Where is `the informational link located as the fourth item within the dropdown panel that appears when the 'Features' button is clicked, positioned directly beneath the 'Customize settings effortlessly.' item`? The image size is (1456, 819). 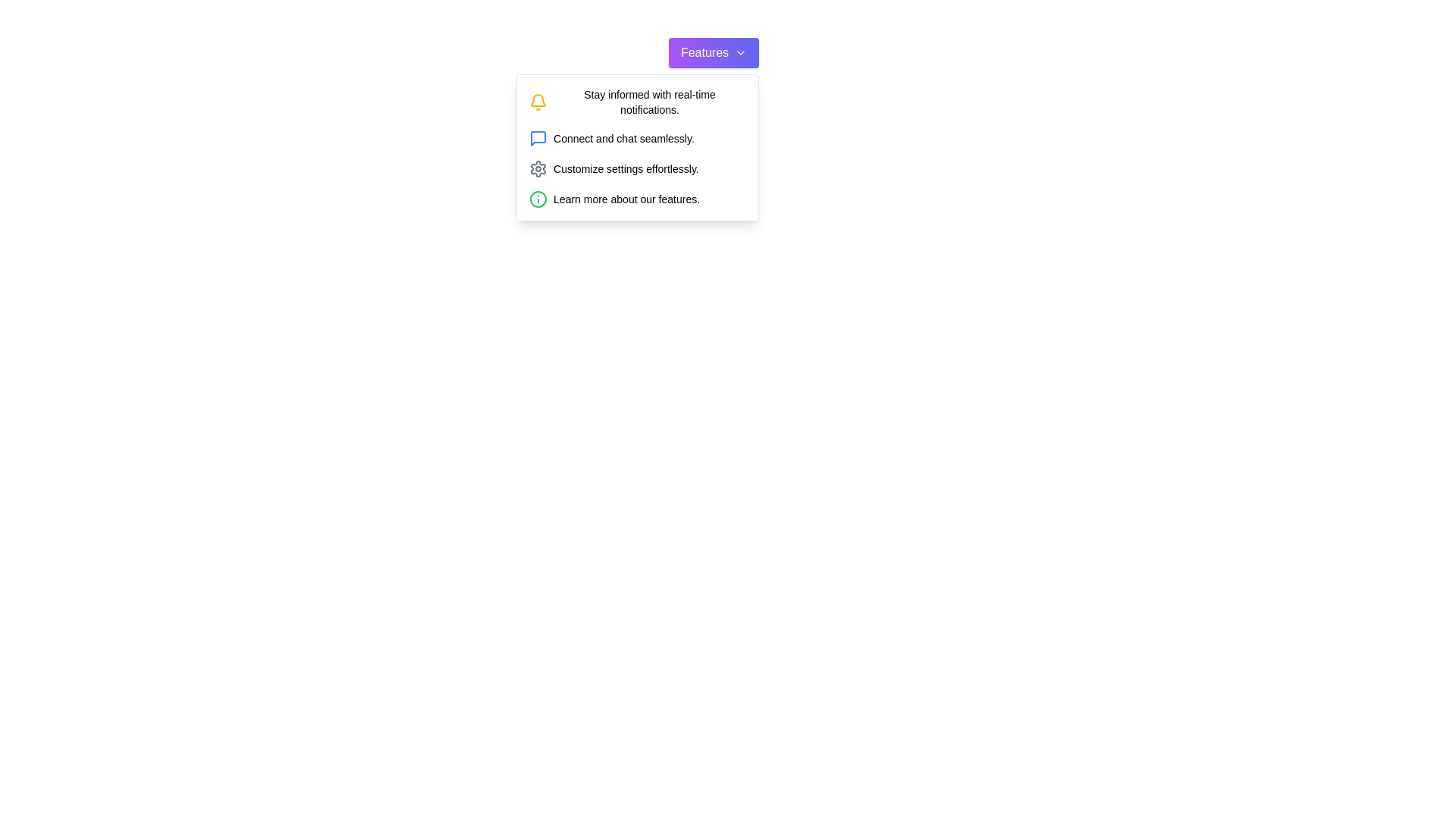 the informational link located as the fourth item within the dropdown panel that appears when the 'Features' button is clicked, positioned directly beneath the 'Customize settings effortlessly.' item is located at coordinates (638, 198).